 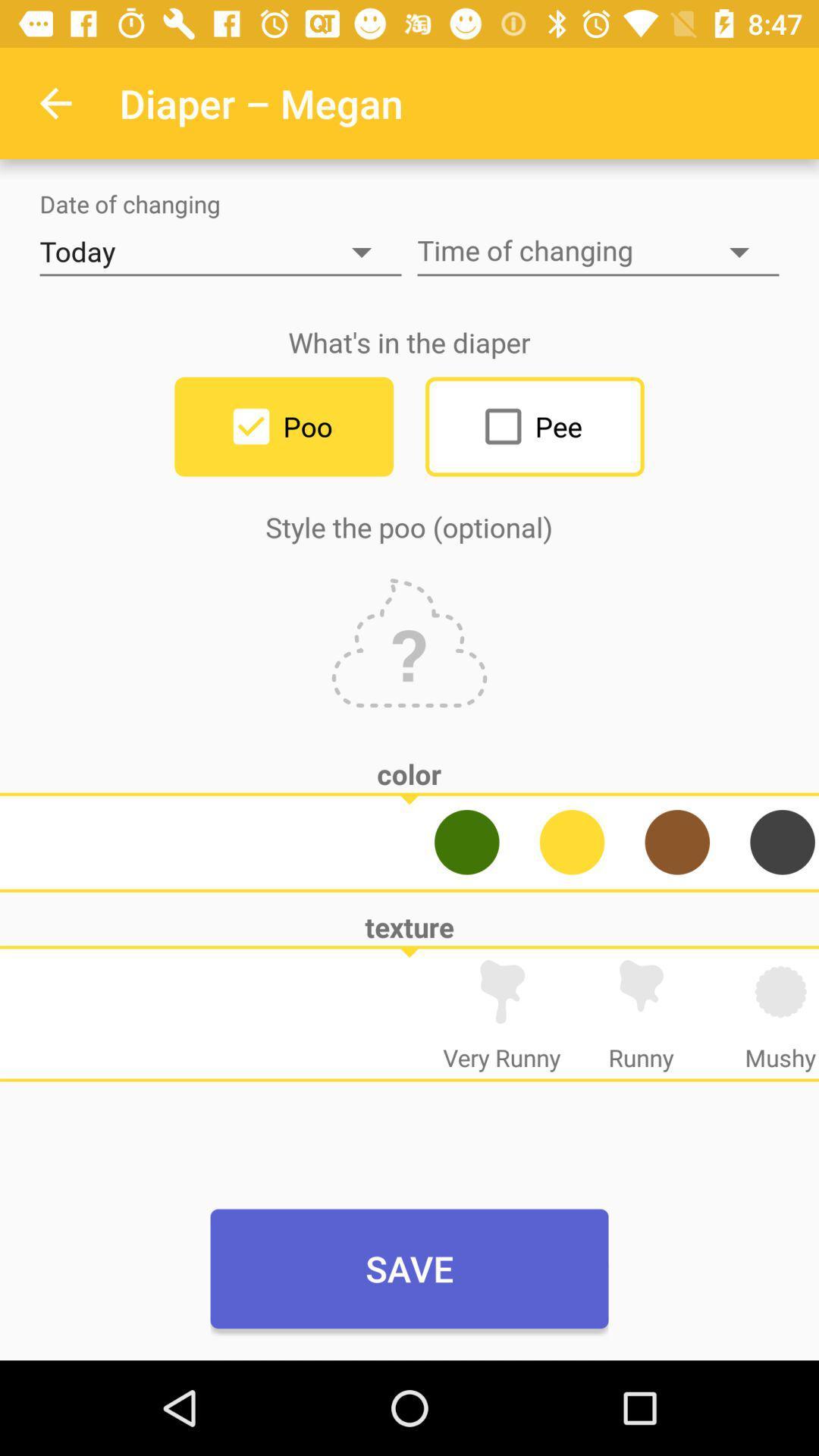 I want to click on green color, so click(x=466, y=841).